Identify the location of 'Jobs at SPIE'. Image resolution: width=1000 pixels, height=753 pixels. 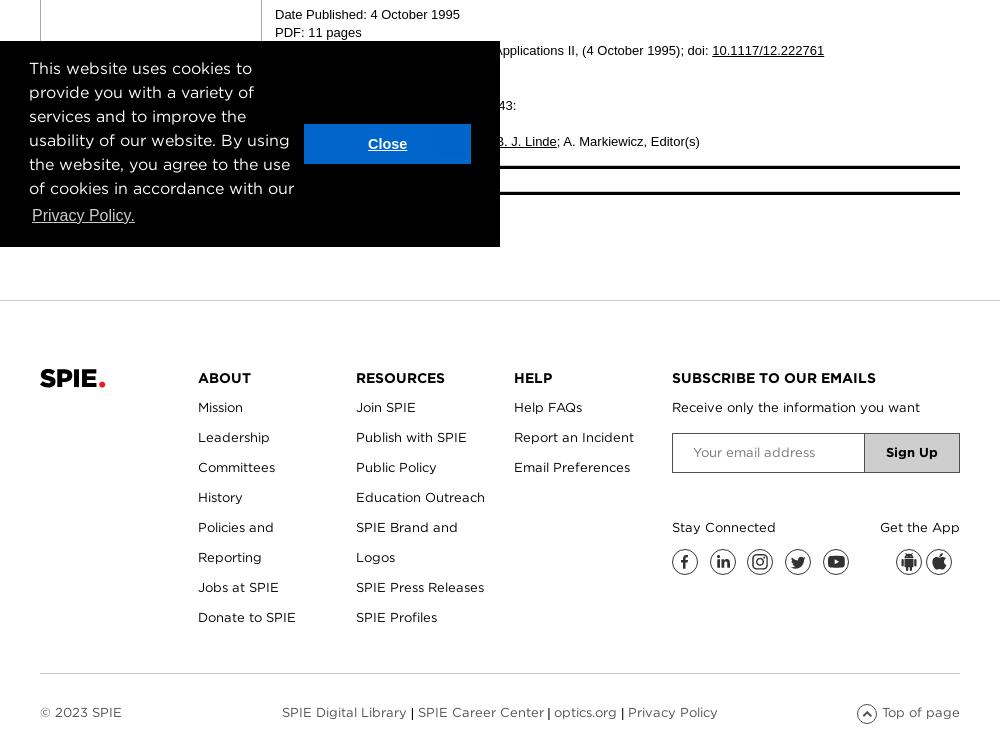
(197, 586).